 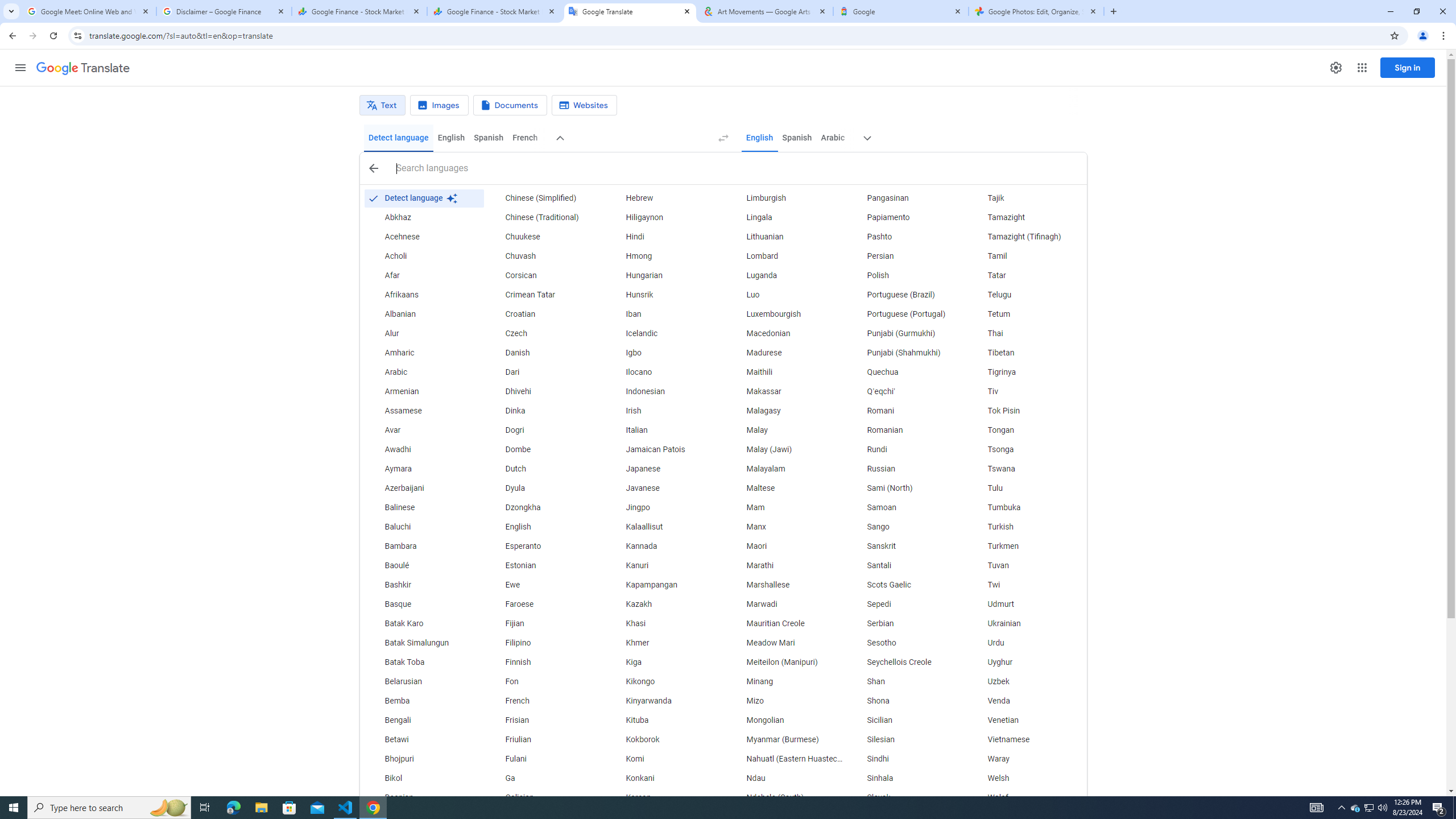 What do you see at coordinates (1025, 313) in the screenshot?
I see `'Tetum'` at bounding box center [1025, 313].